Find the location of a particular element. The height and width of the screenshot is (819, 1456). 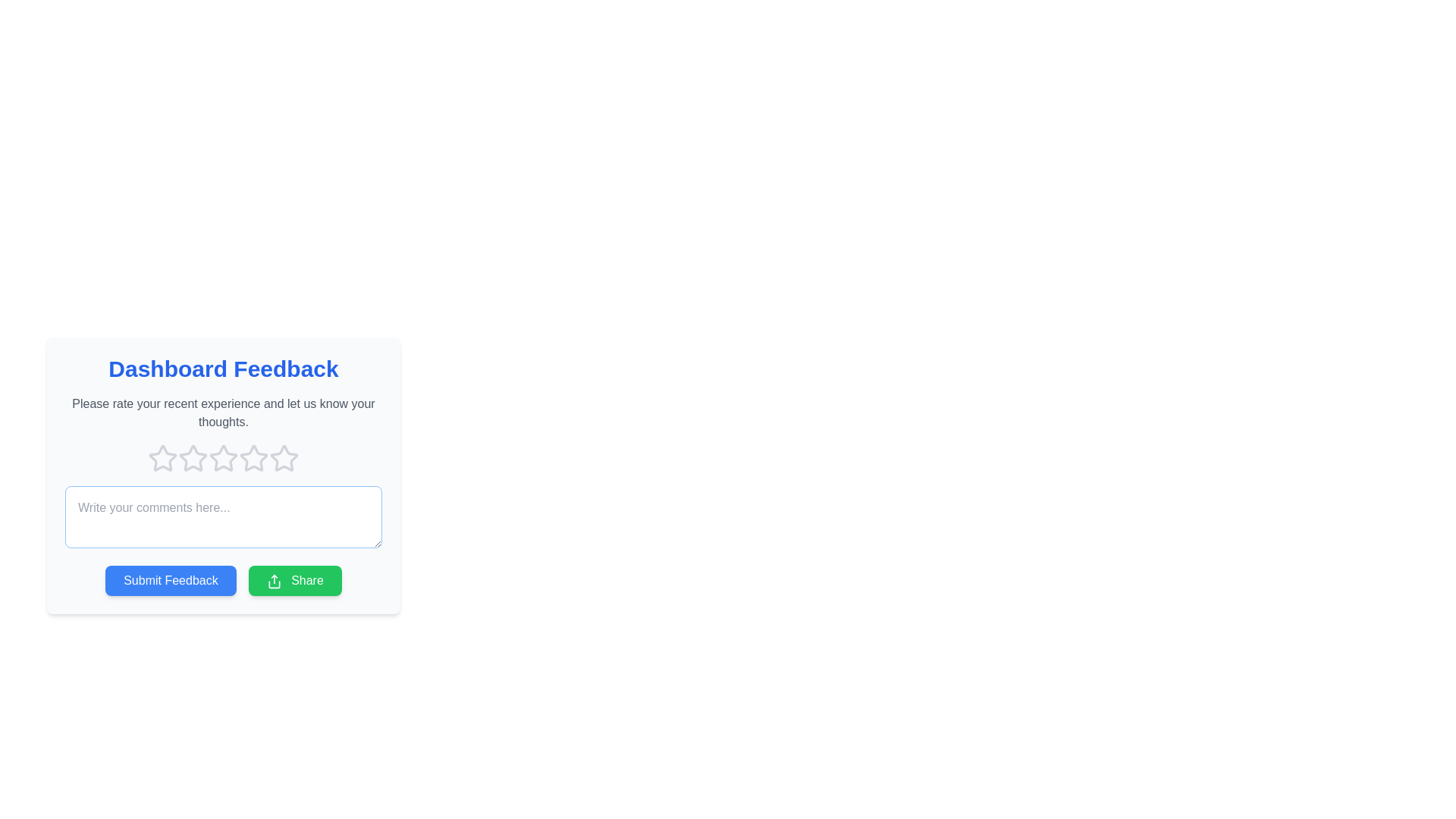

the fourth star icon in the star-based rating system is located at coordinates (222, 458).